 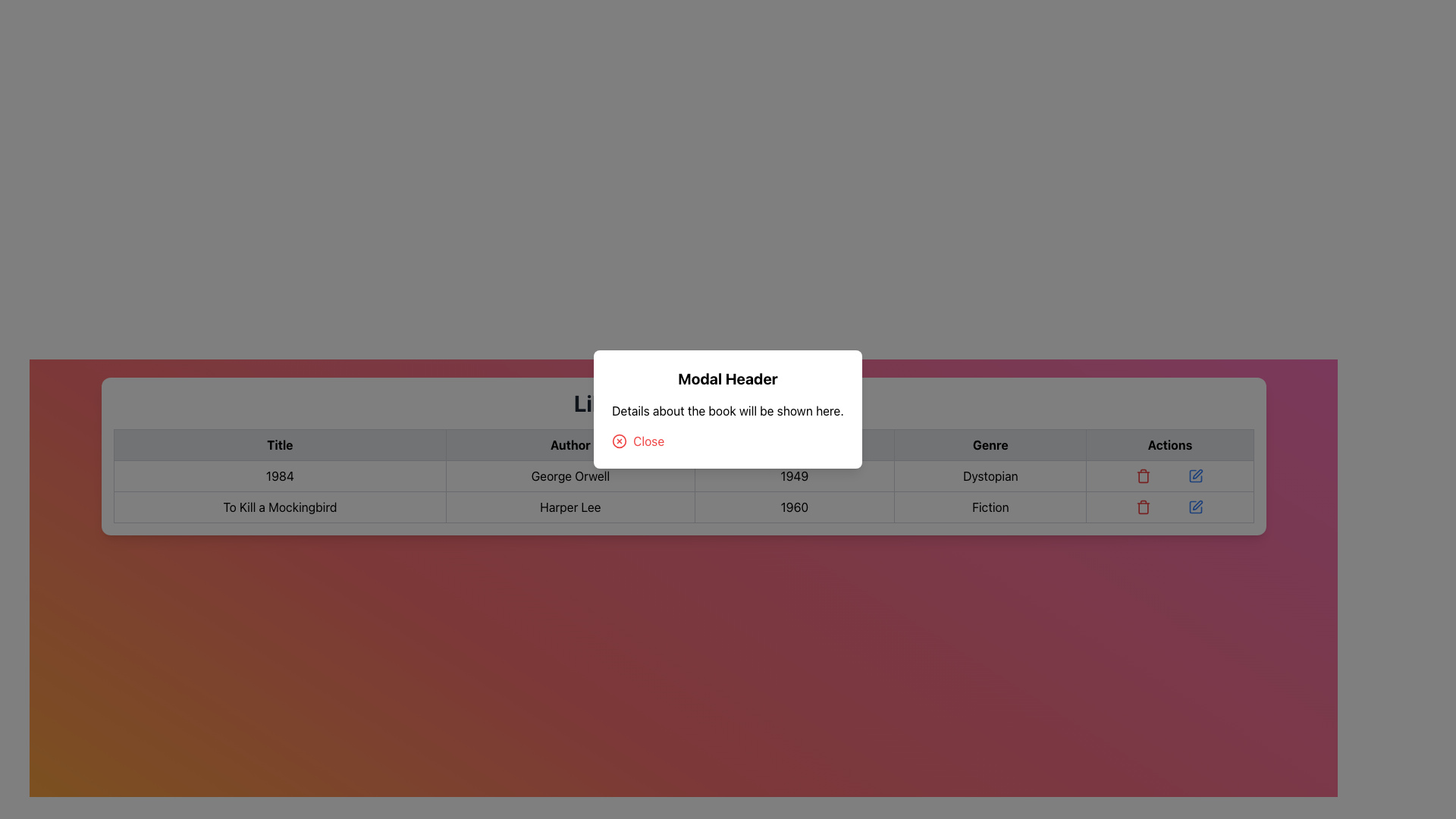 I want to click on the delete icon button located in the 'Actions' column of the table row for the book '1984', so click(x=1144, y=475).